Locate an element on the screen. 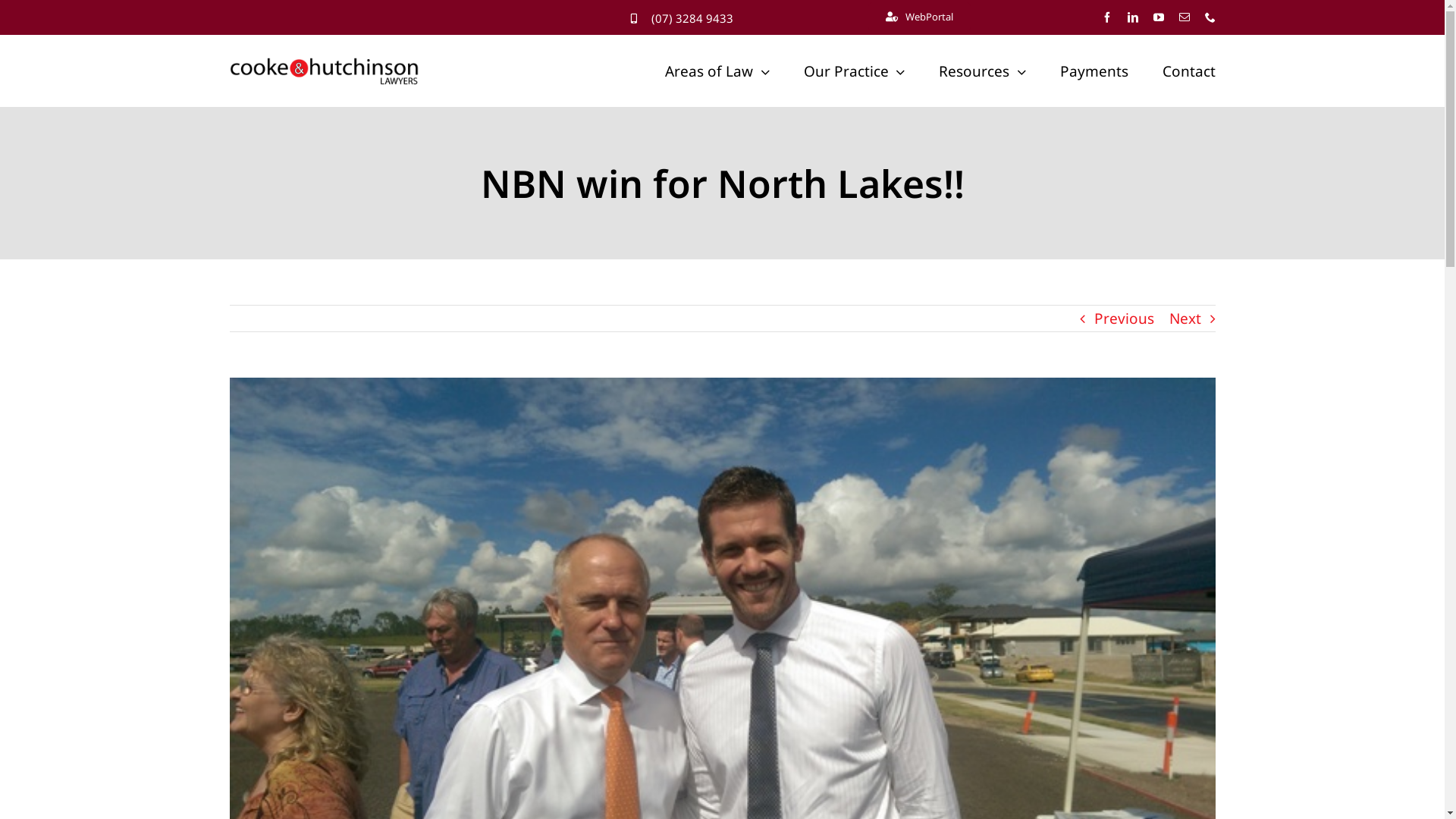 This screenshot has height=819, width=1456. 'Previous' is located at coordinates (1093, 318).